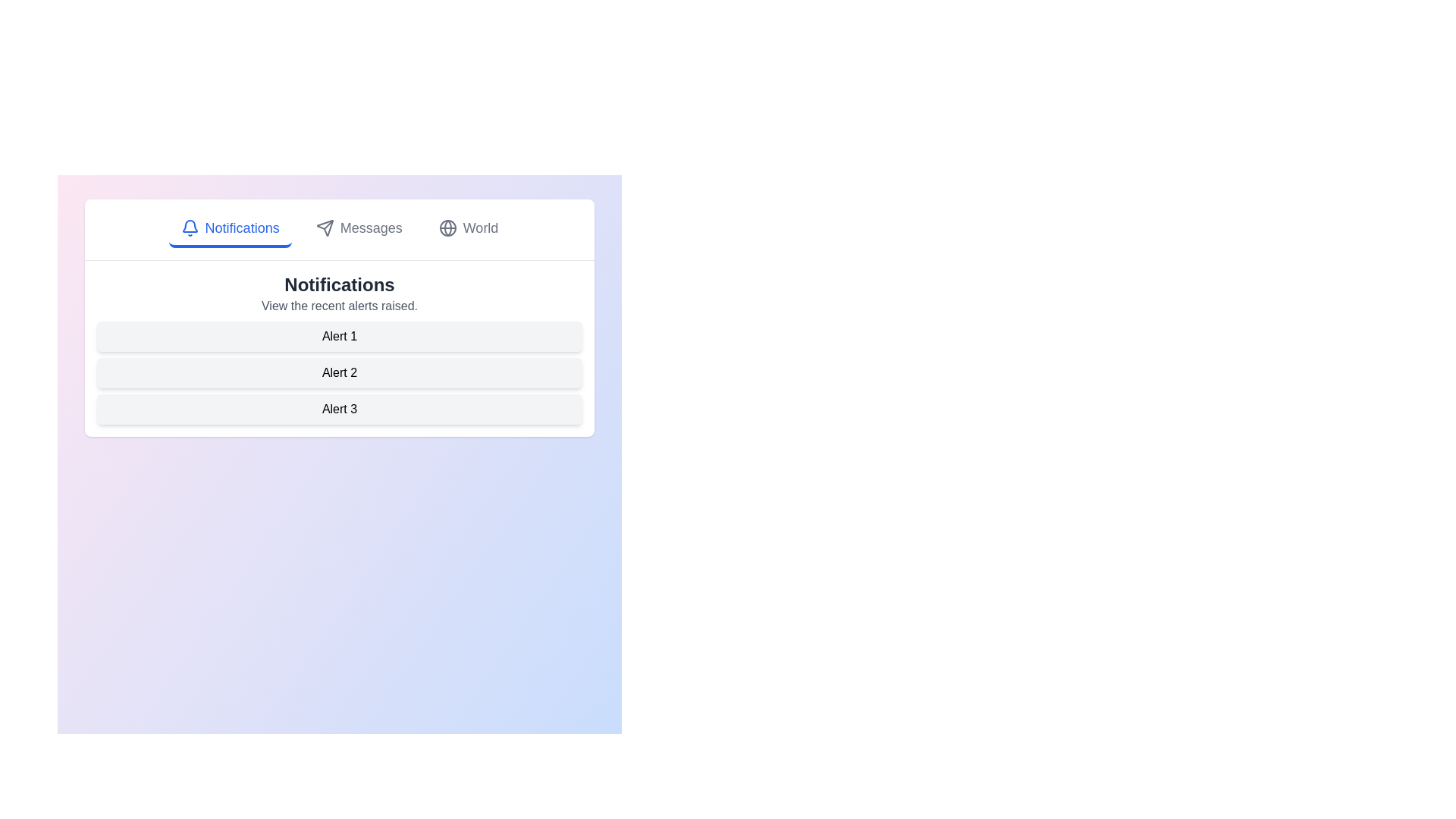 This screenshot has width=1456, height=819. Describe the element at coordinates (358, 230) in the screenshot. I see `the Messages tab by clicking on its respective button` at that location.